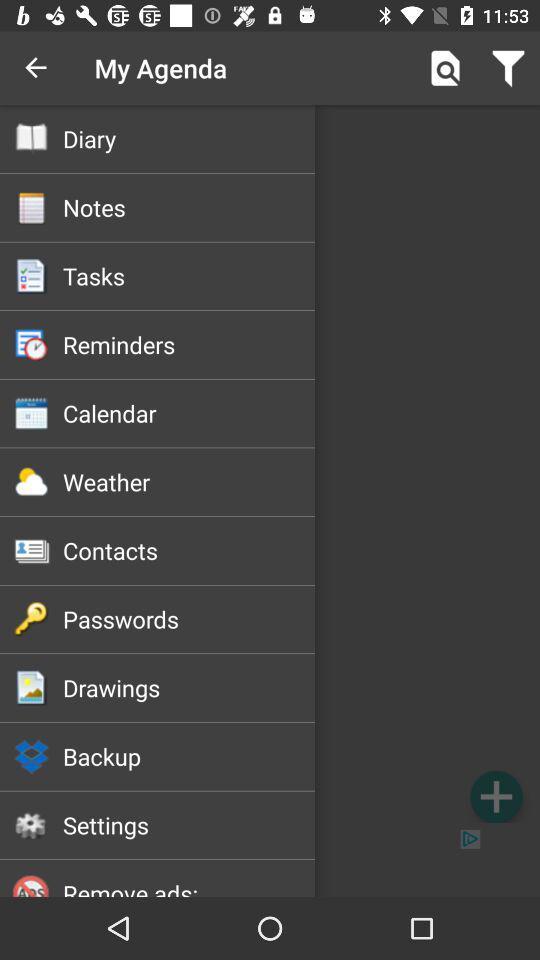 The width and height of the screenshot is (540, 960). I want to click on item below the notes icon, so click(189, 275).